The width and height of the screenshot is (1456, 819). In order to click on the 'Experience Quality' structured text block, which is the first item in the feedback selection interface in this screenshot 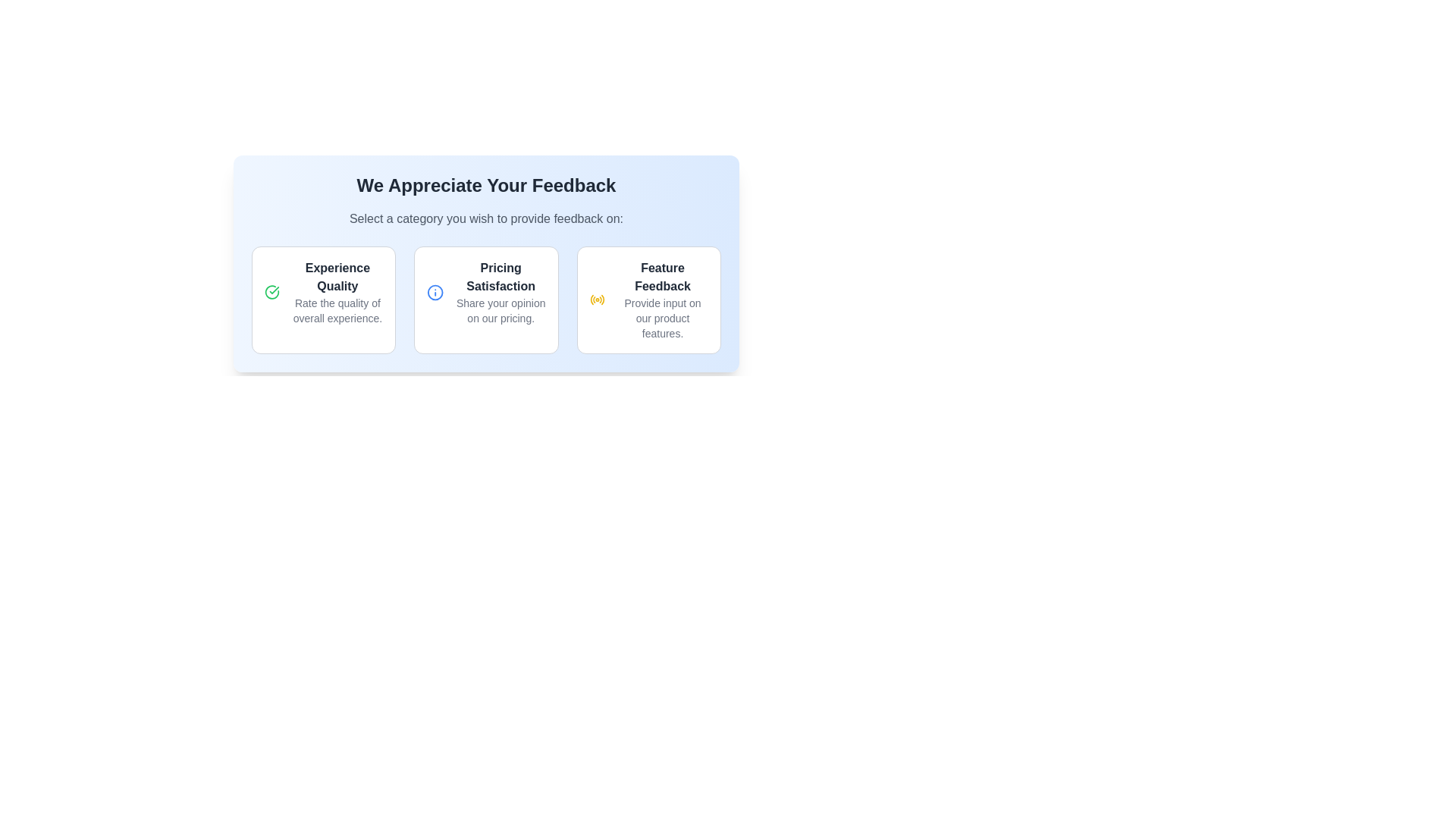, I will do `click(337, 292)`.